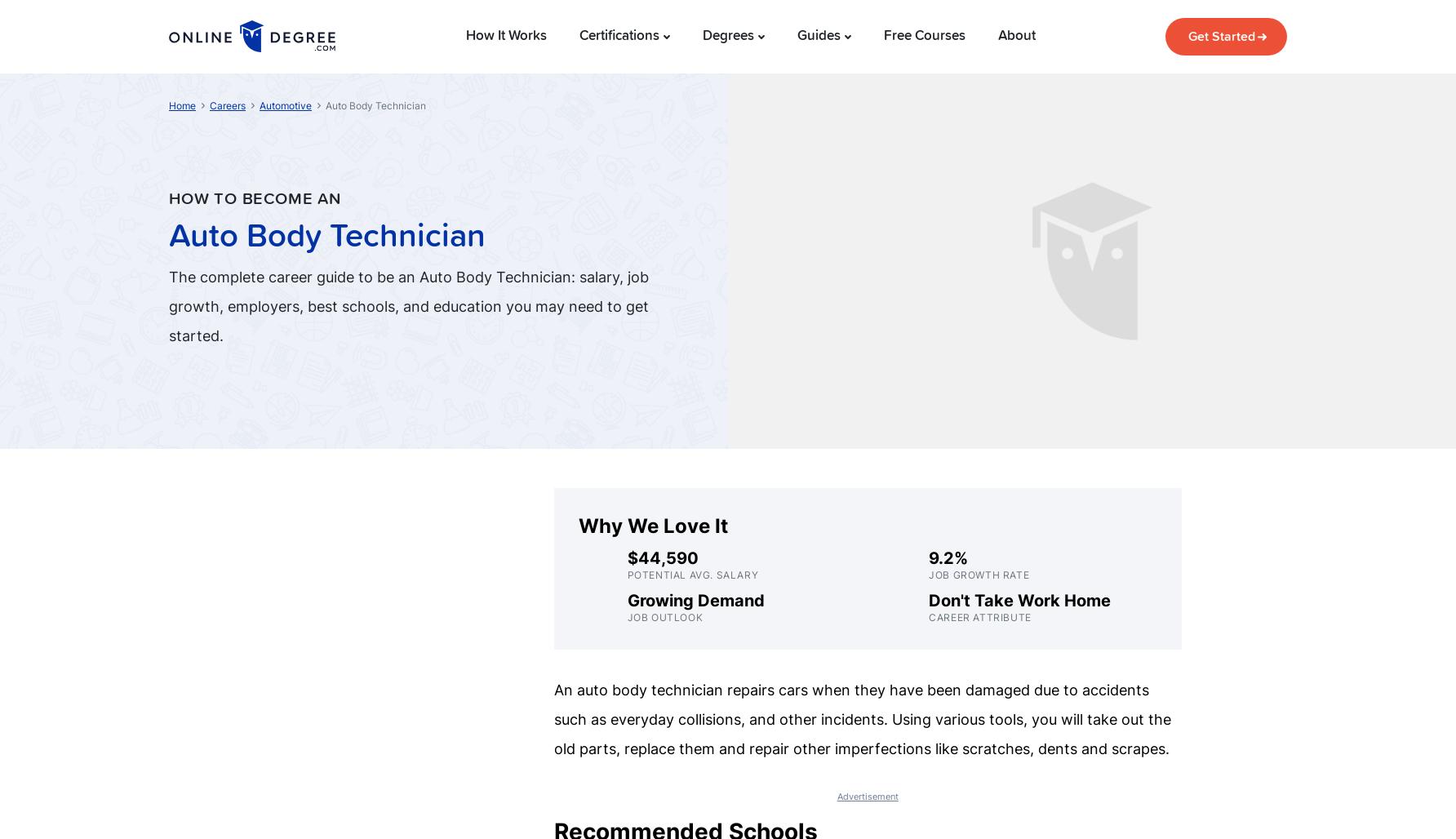 This screenshot has width=1456, height=839. What do you see at coordinates (1143, 63) in the screenshot?
I see `'1%'` at bounding box center [1143, 63].